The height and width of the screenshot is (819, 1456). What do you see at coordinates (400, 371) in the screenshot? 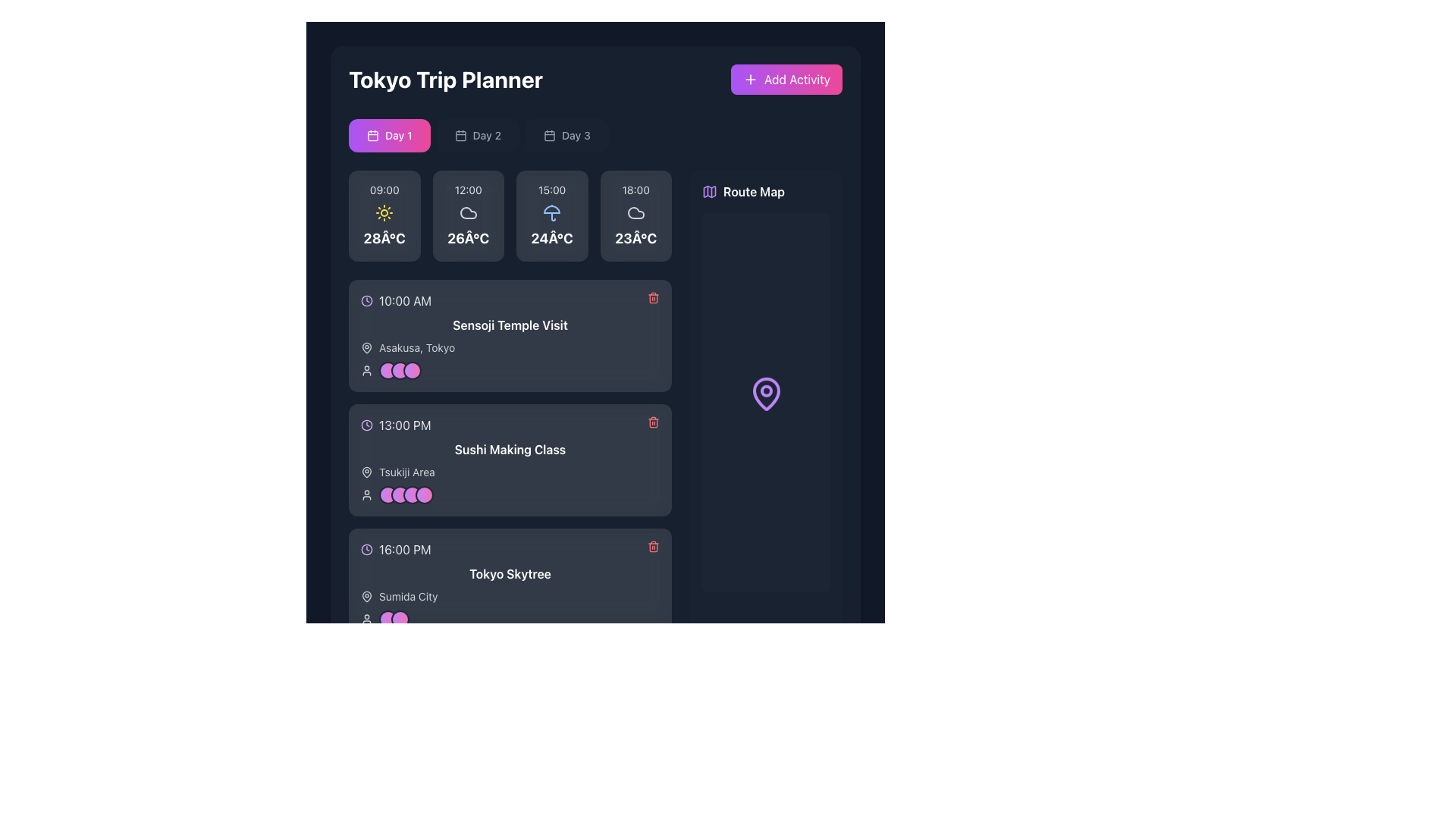
I see `the second avatar icon representing a participant in the Sensoji Temple Visit event card` at bounding box center [400, 371].